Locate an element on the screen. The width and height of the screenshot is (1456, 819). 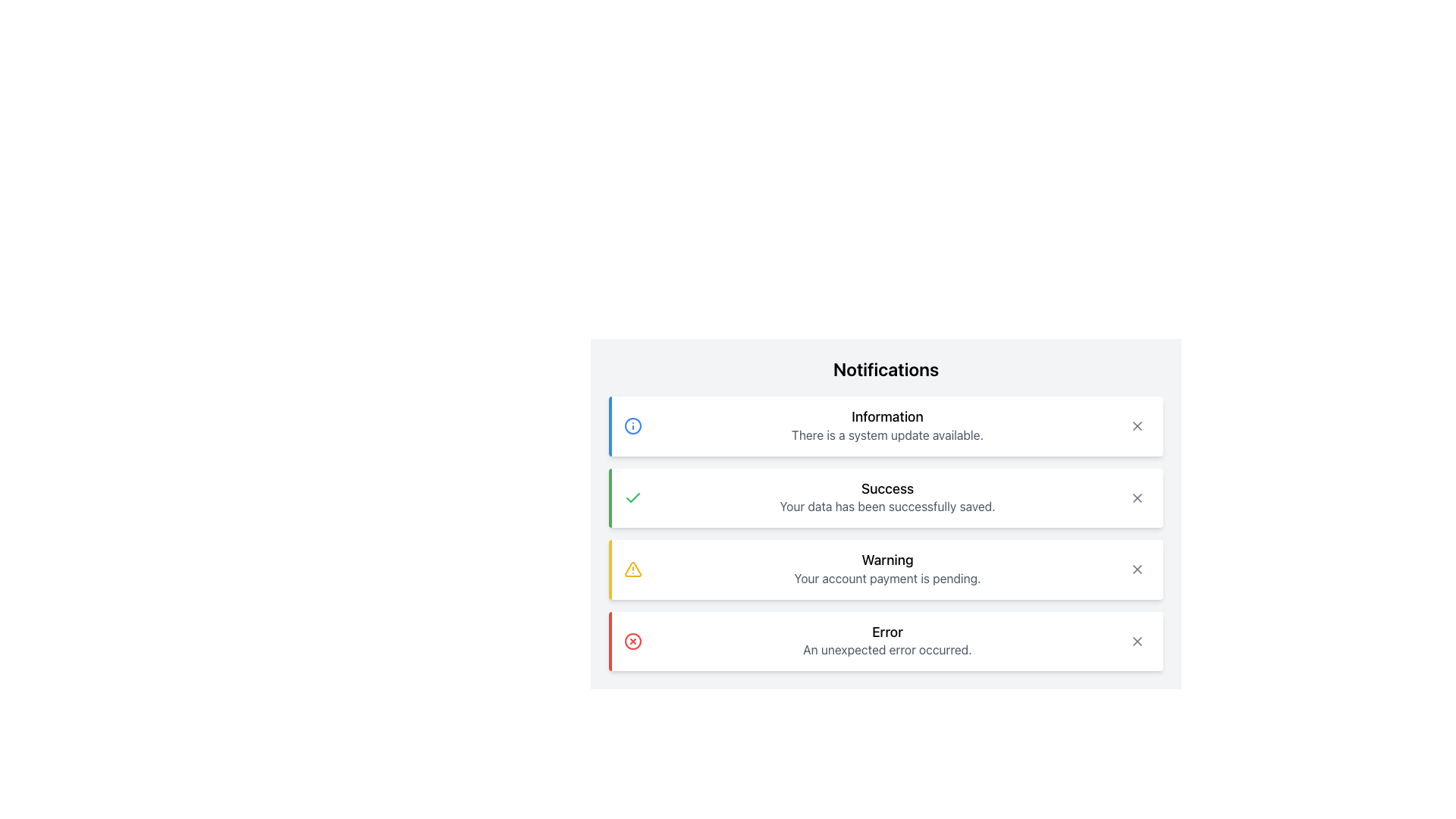
the 'X' icon located on the right side of the 'Warning' notification is located at coordinates (1137, 570).